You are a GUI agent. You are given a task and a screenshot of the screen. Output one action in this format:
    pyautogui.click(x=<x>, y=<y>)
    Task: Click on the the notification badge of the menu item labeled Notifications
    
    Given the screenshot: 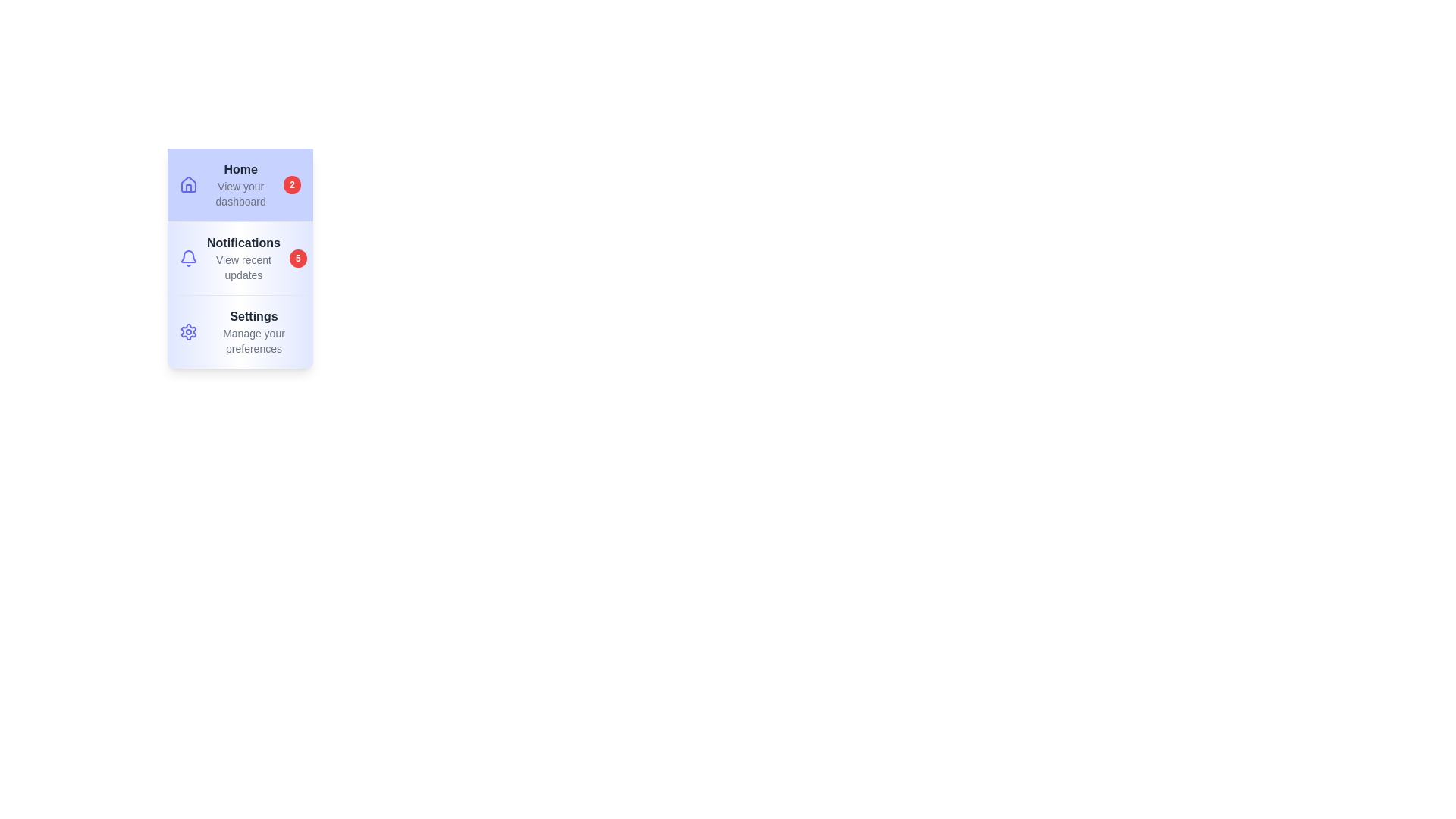 What is the action you would take?
    pyautogui.click(x=298, y=257)
    